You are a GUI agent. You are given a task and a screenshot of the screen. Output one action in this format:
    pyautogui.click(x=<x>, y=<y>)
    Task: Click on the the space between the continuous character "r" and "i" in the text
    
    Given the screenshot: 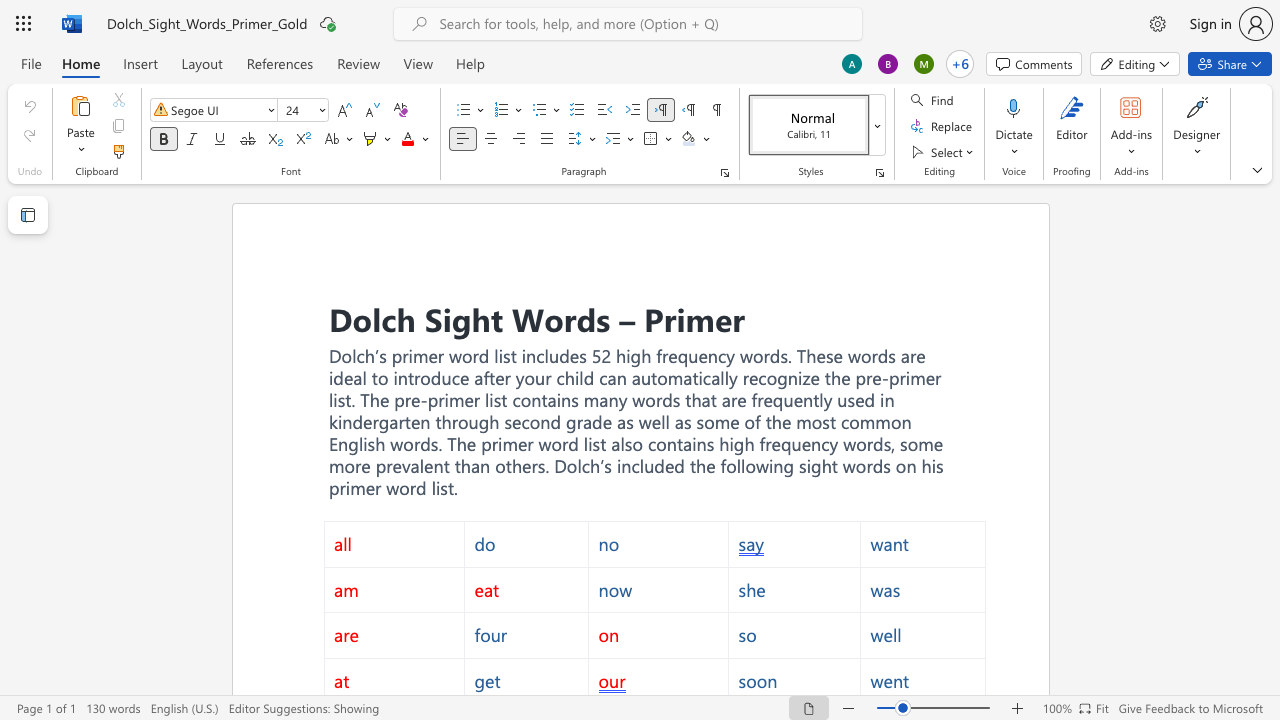 What is the action you would take?
    pyautogui.click(x=675, y=317)
    